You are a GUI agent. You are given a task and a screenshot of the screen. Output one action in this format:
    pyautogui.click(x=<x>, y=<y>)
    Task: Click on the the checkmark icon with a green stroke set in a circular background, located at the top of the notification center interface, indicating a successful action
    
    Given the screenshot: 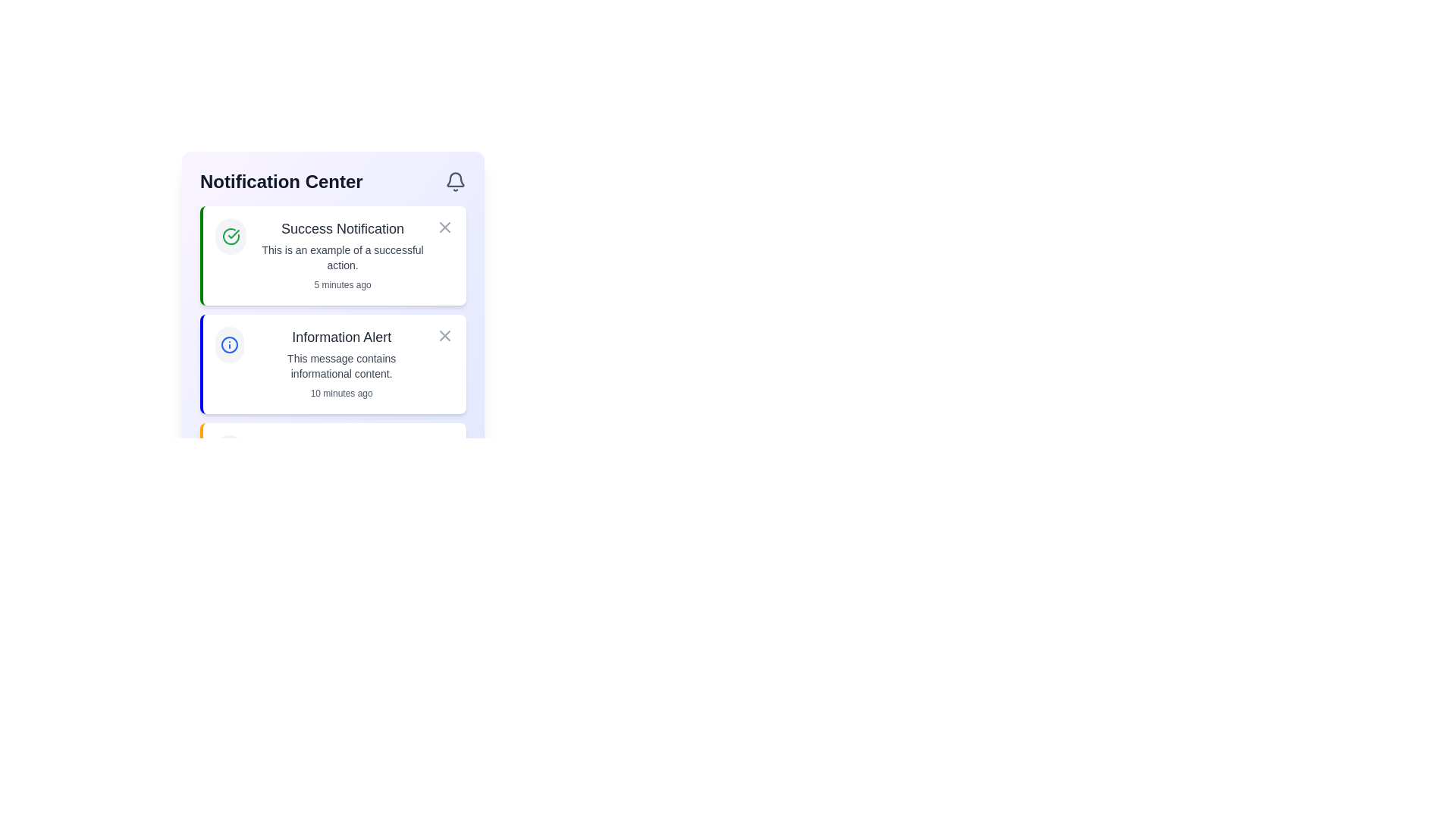 What is the action you would take?
    pyautogui.click(x=233, y=234)
    